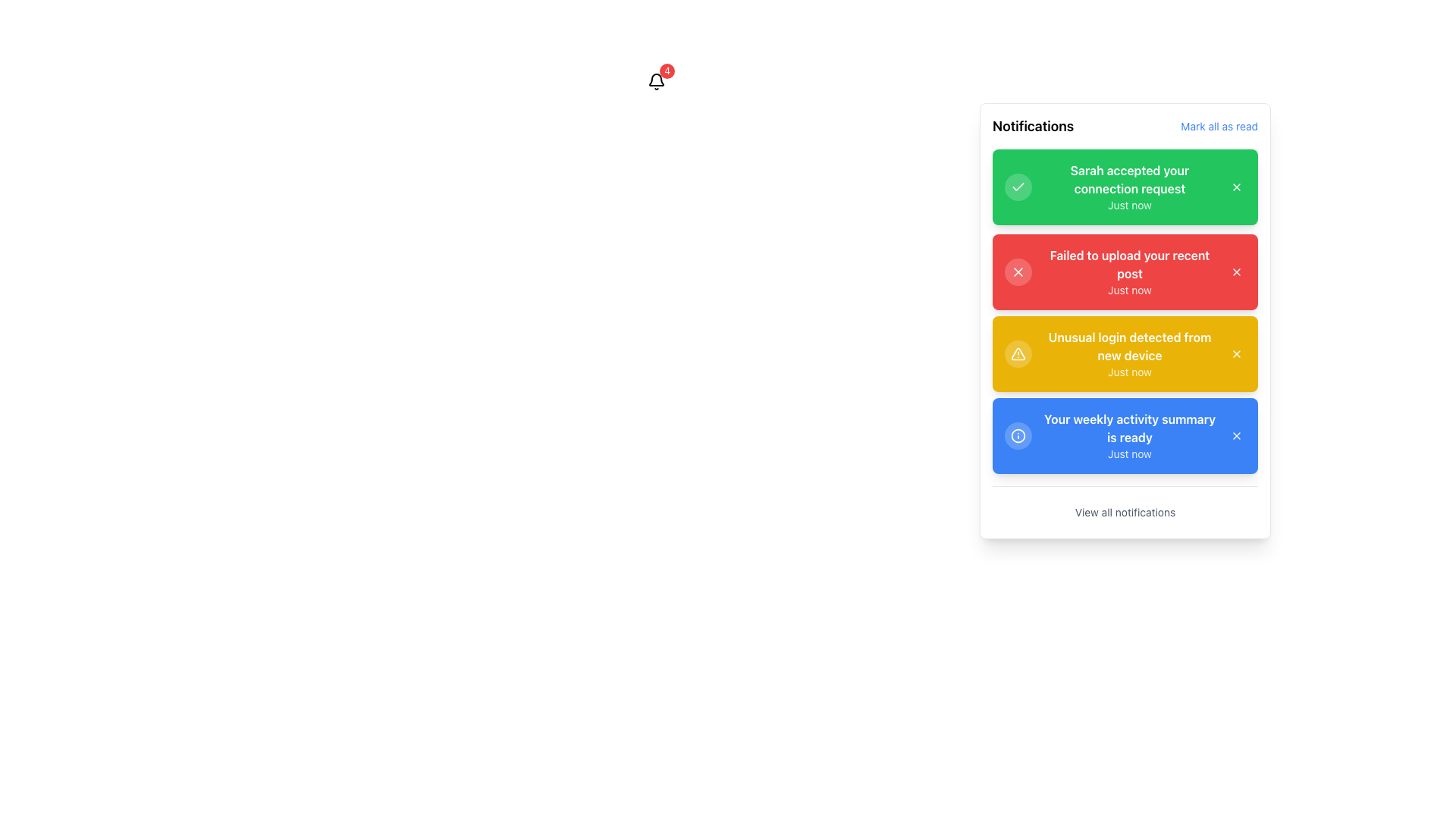  What do you see at coordinates (1219, 125) in the screenshot?
I see `the hyperlink text that allows users to mark all notifications as read, located at the top-right corner of the 'Notifications' section` at bounding box center [1219, 125].